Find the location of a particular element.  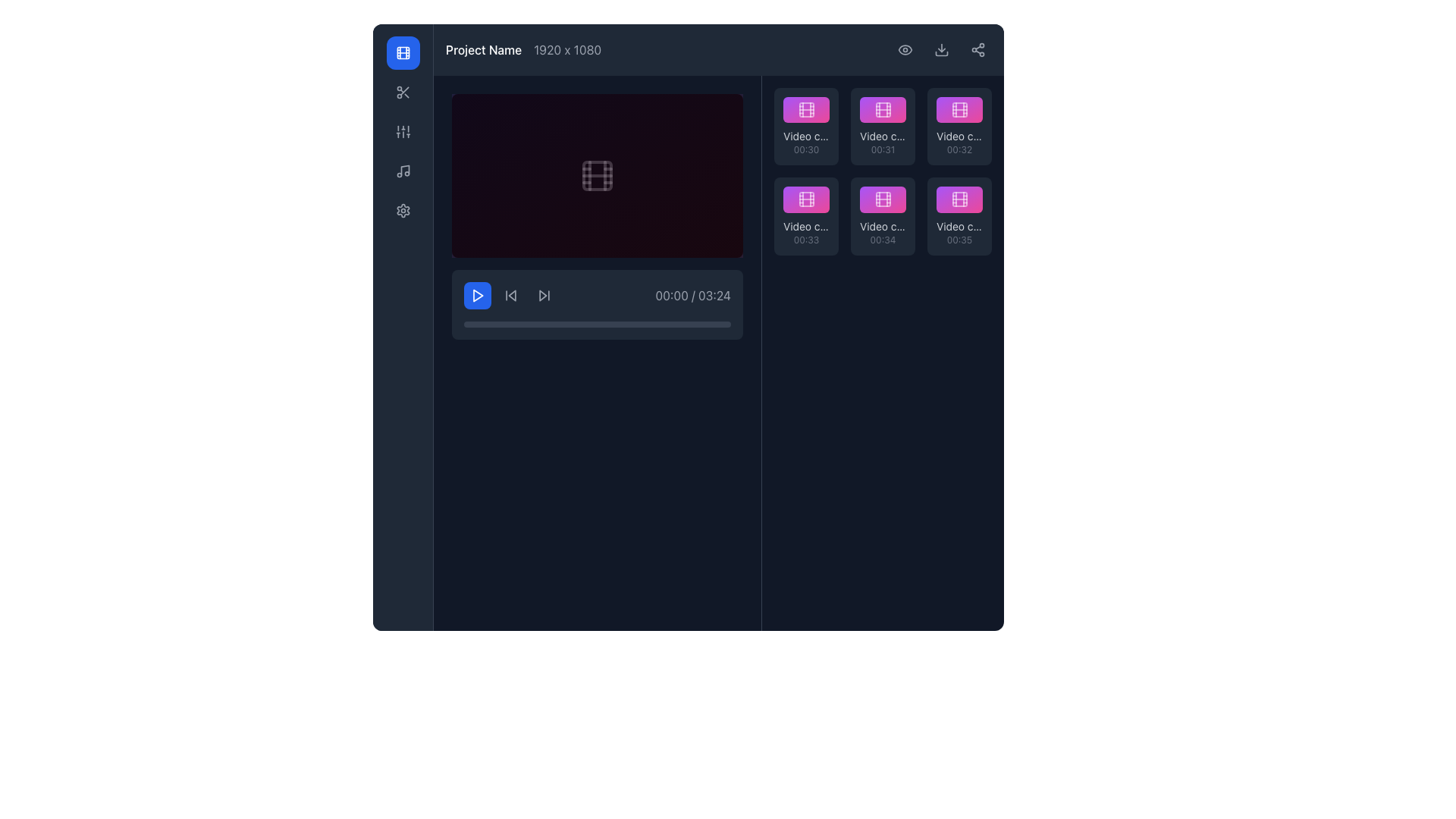

the small gray textual label displaying the time '00:32' located in the bottom-right section of the video clip card, which is the third card in the top row of the grid is located at coordinates (959, 150).